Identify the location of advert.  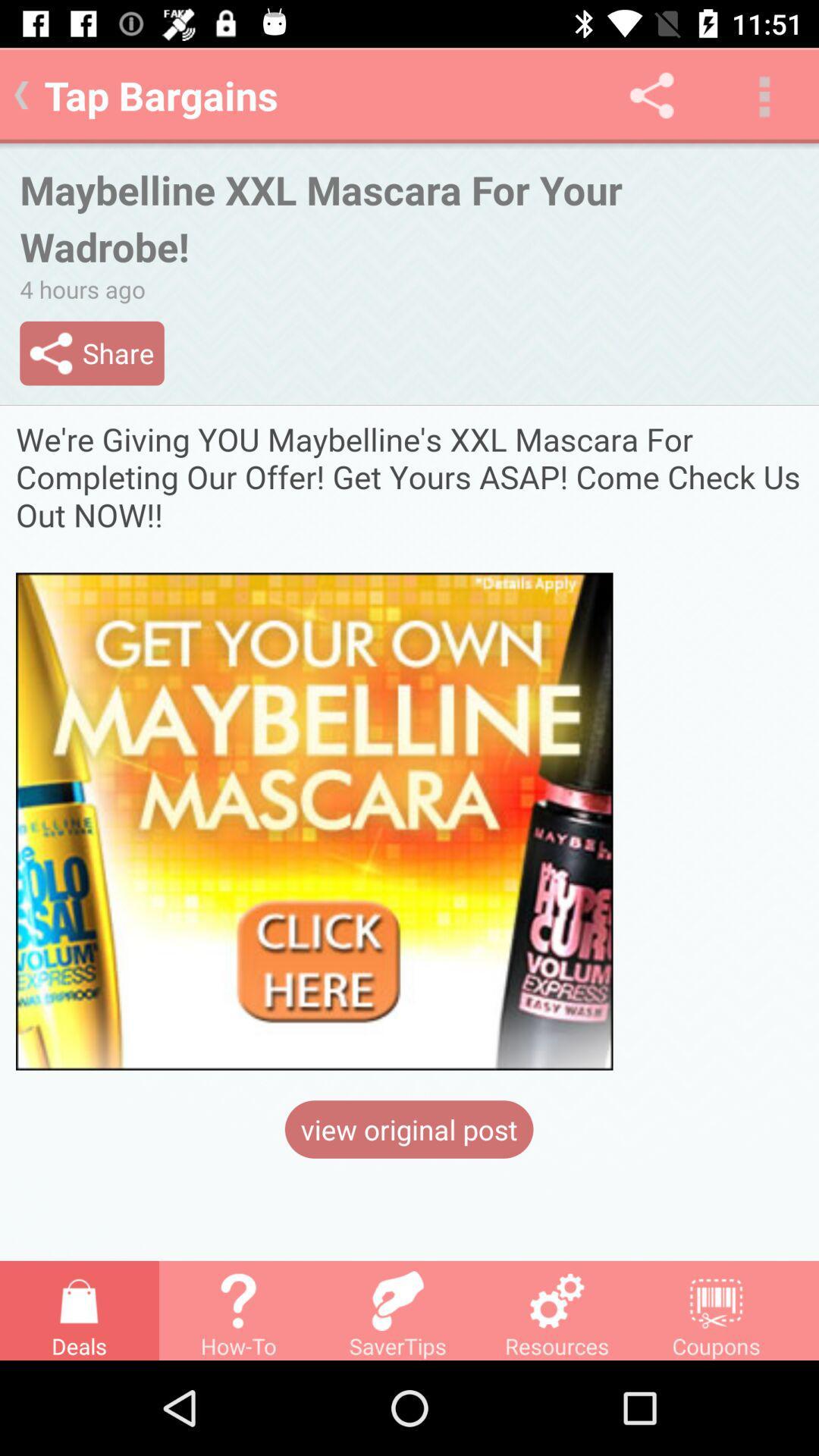
(409, 745).